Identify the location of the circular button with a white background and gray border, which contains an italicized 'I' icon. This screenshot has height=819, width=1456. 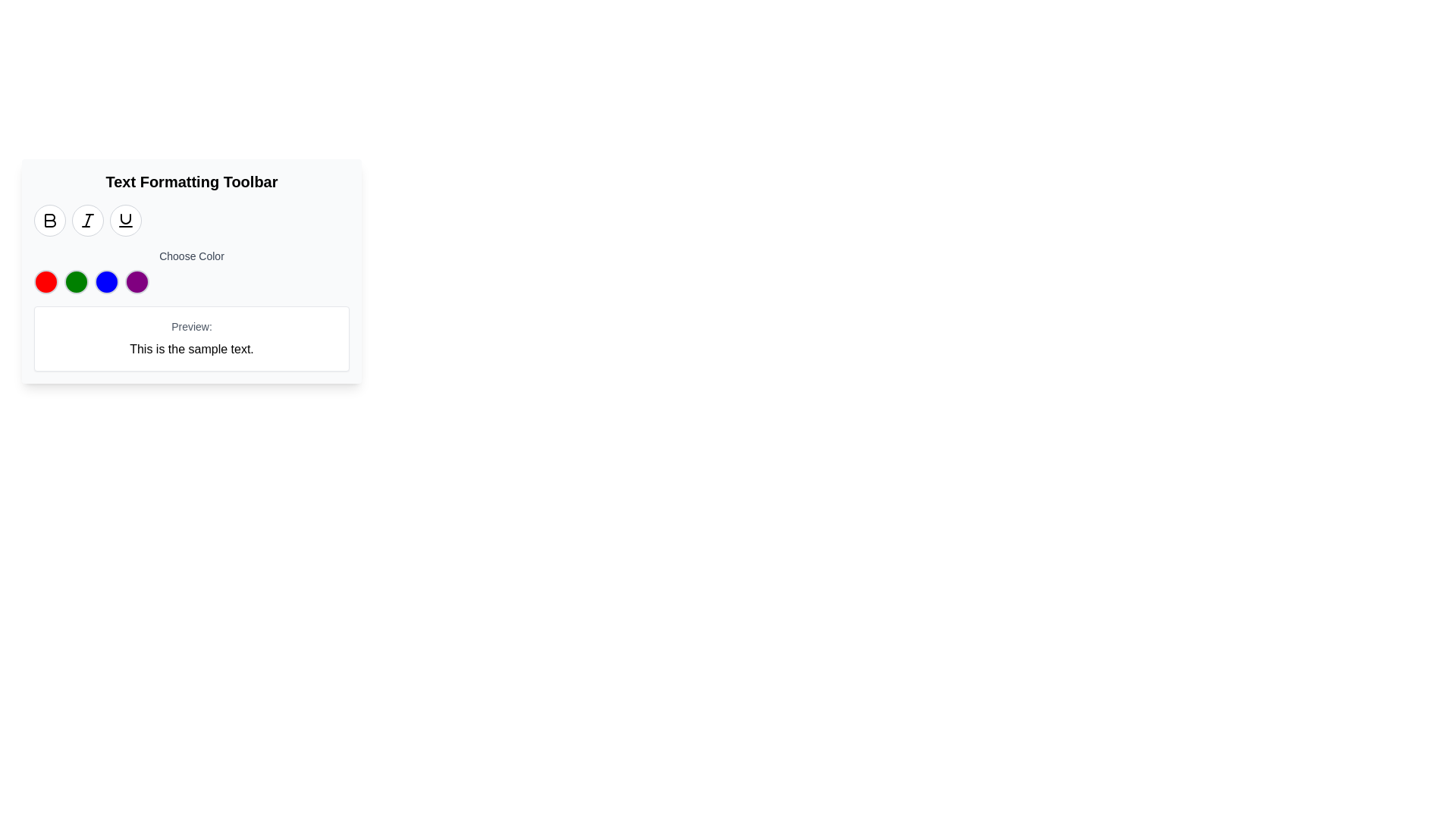
(86, 220).